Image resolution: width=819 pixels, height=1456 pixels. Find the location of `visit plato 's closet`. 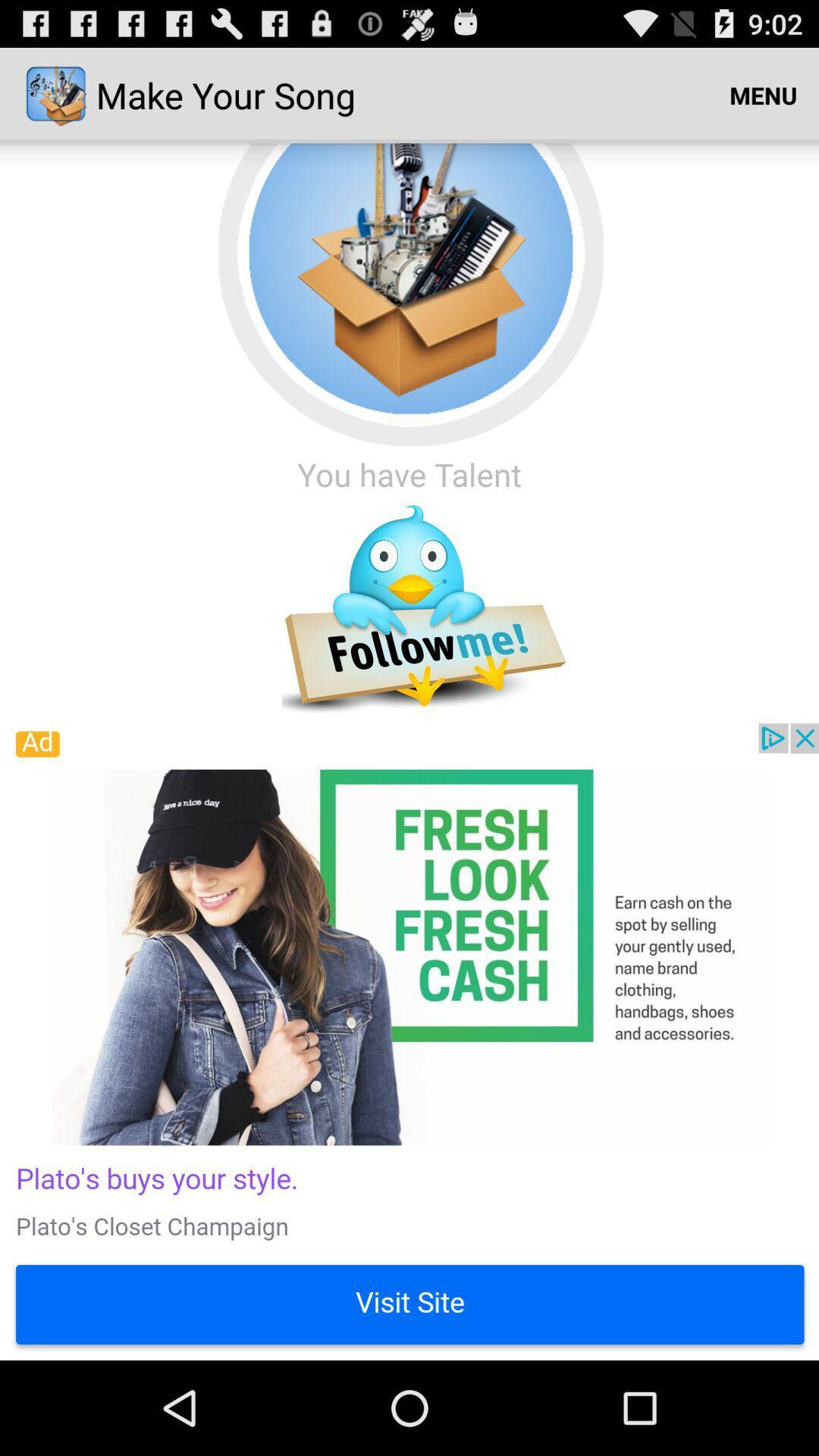

visit plato 's closet is located at coordinates (409, 1040).